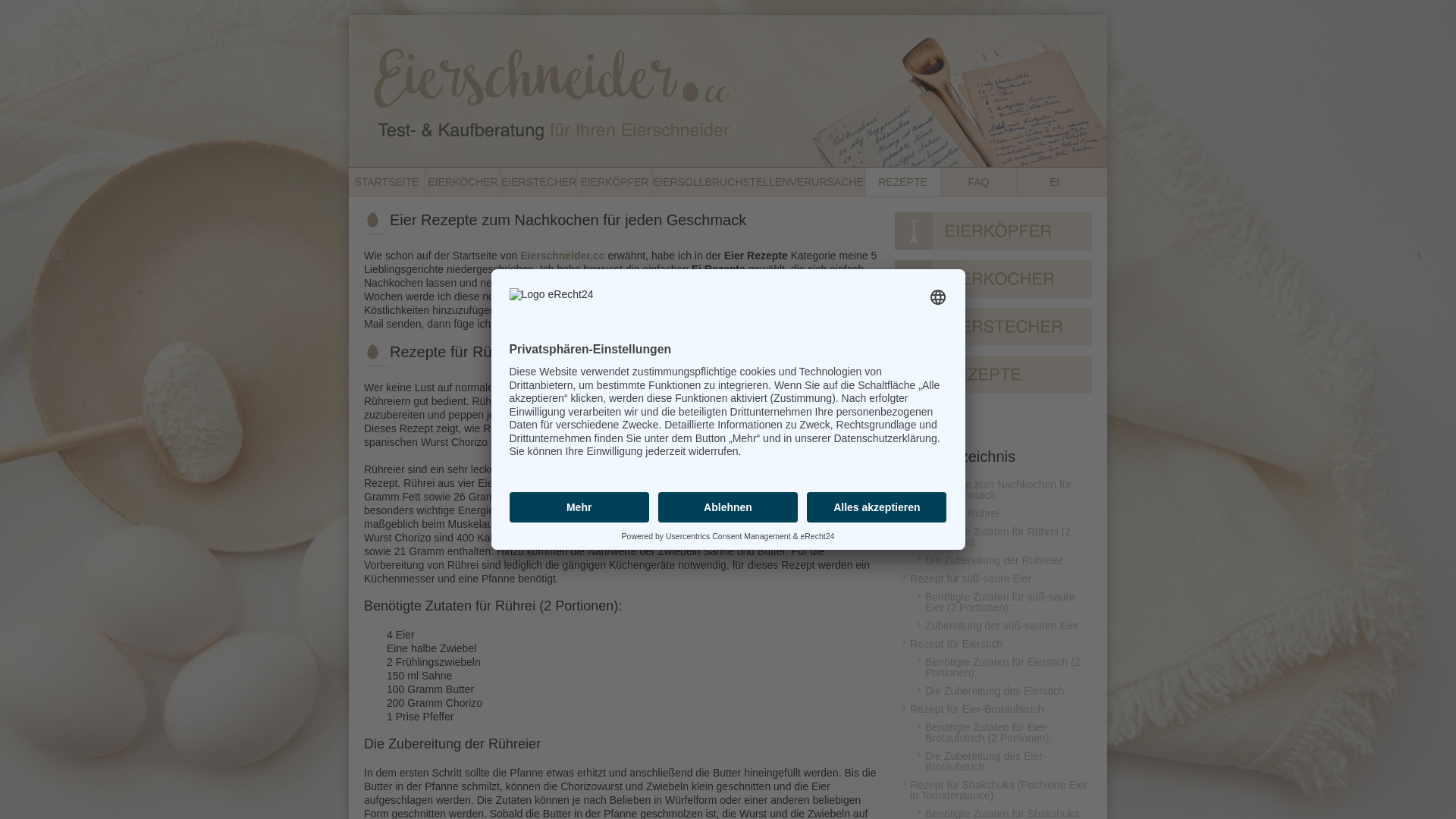 The image size is (1456, 819). Describe the element at coordinates (386, 180) in the screenshot. I see `'STARTSEITE'` at that location.